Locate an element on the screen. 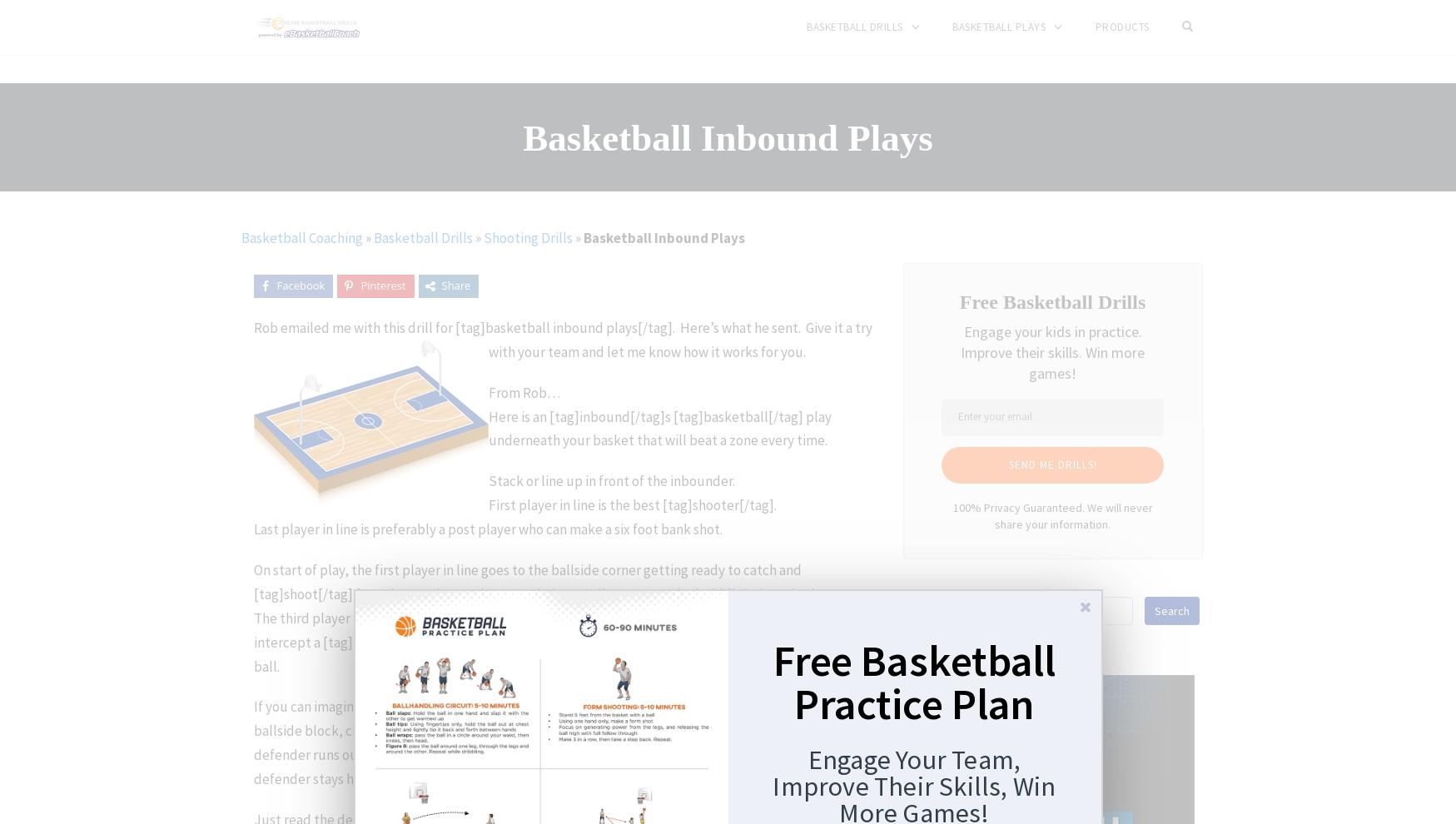  'Engage your kids in practice. Improve their skills. Win more games!' is located at coordinates (960, 351).